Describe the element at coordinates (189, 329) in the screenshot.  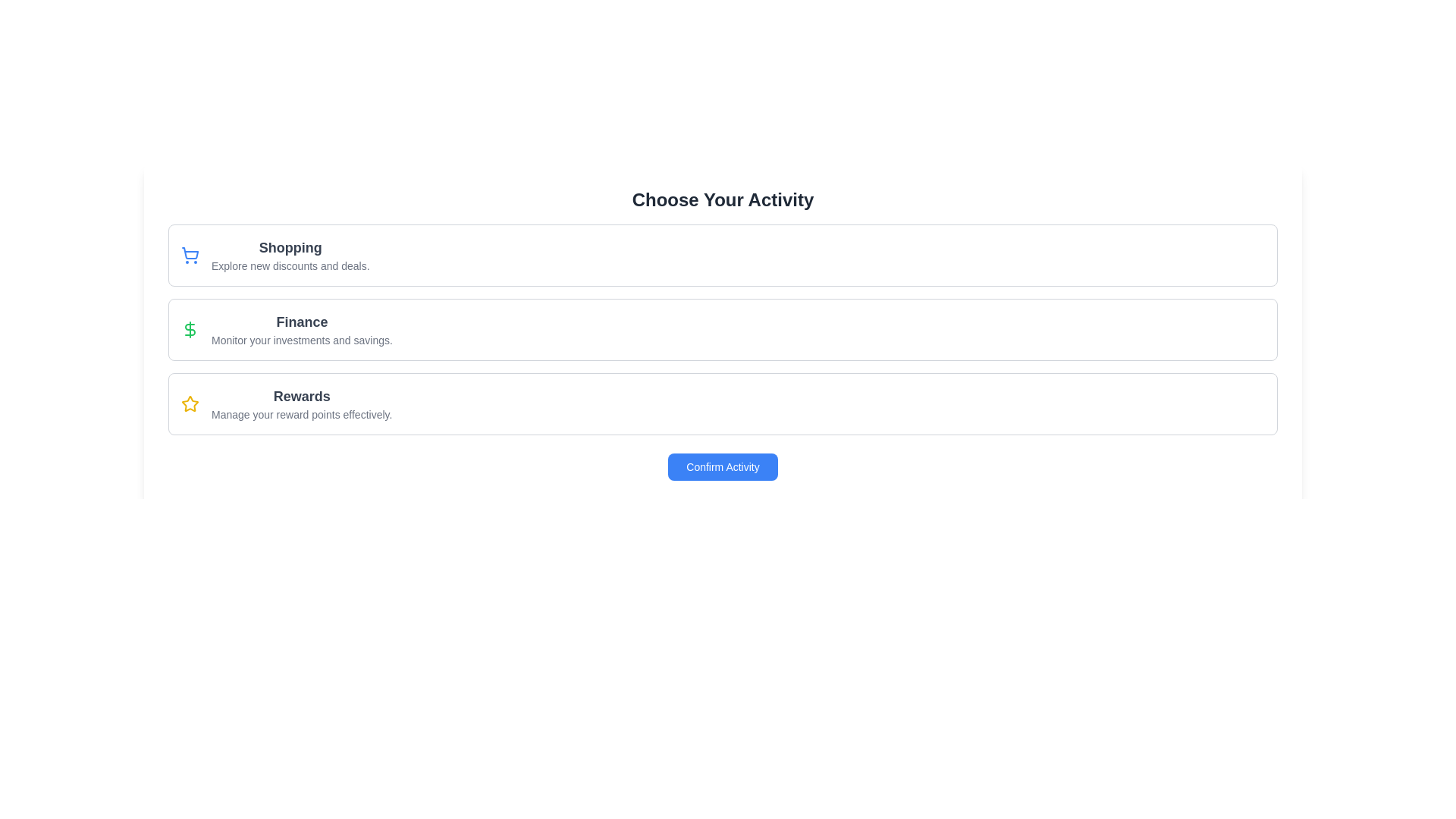
I see `the financial icon located to the left of the text 'Finance' within the middle option of the list for accessibility purposes` at that location.